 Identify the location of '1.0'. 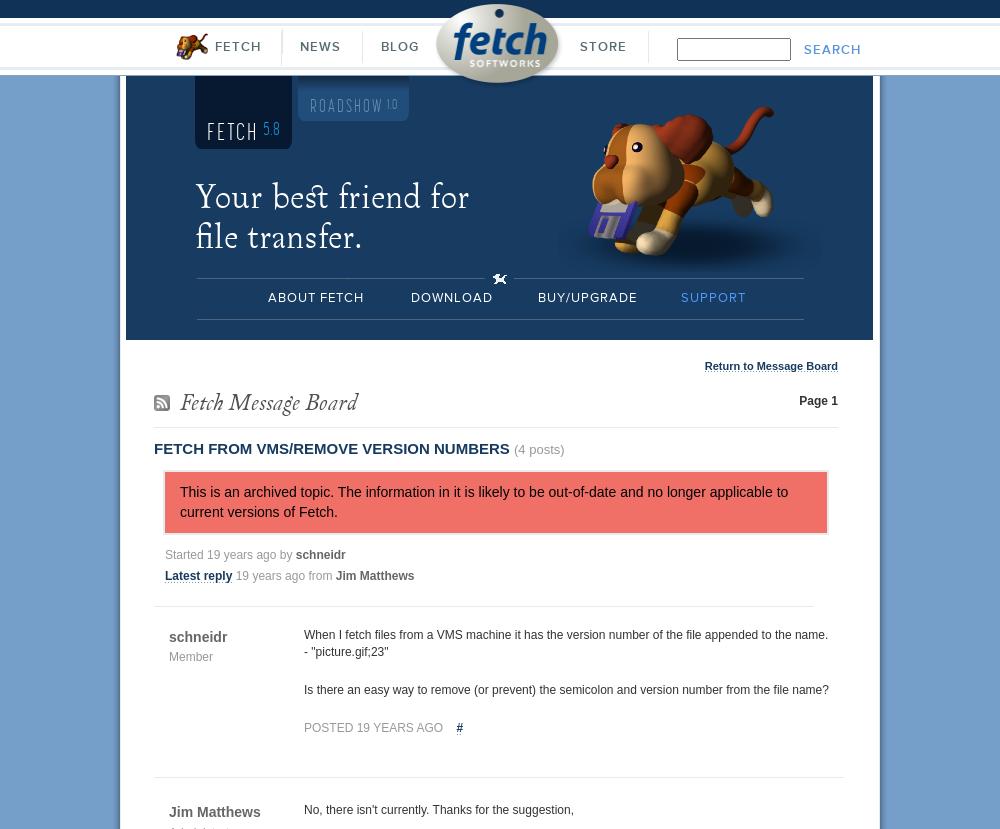
(392, 105).